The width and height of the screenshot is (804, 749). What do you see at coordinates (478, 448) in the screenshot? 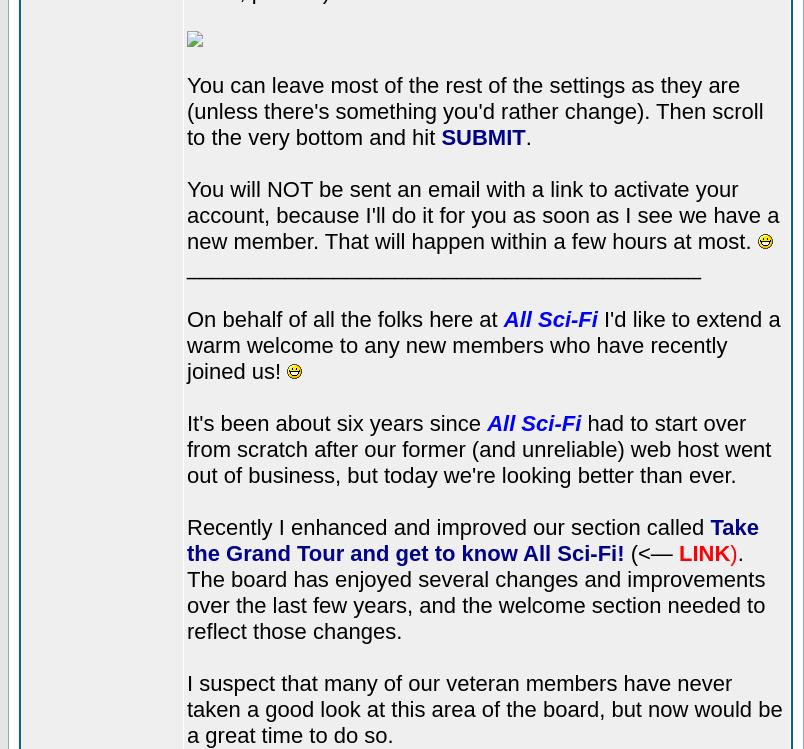
I see `'had to start over from scratch after our former (and unreliable) web host went out of business, but today we're looking better than ever.'` at bounding box center [478, 448].